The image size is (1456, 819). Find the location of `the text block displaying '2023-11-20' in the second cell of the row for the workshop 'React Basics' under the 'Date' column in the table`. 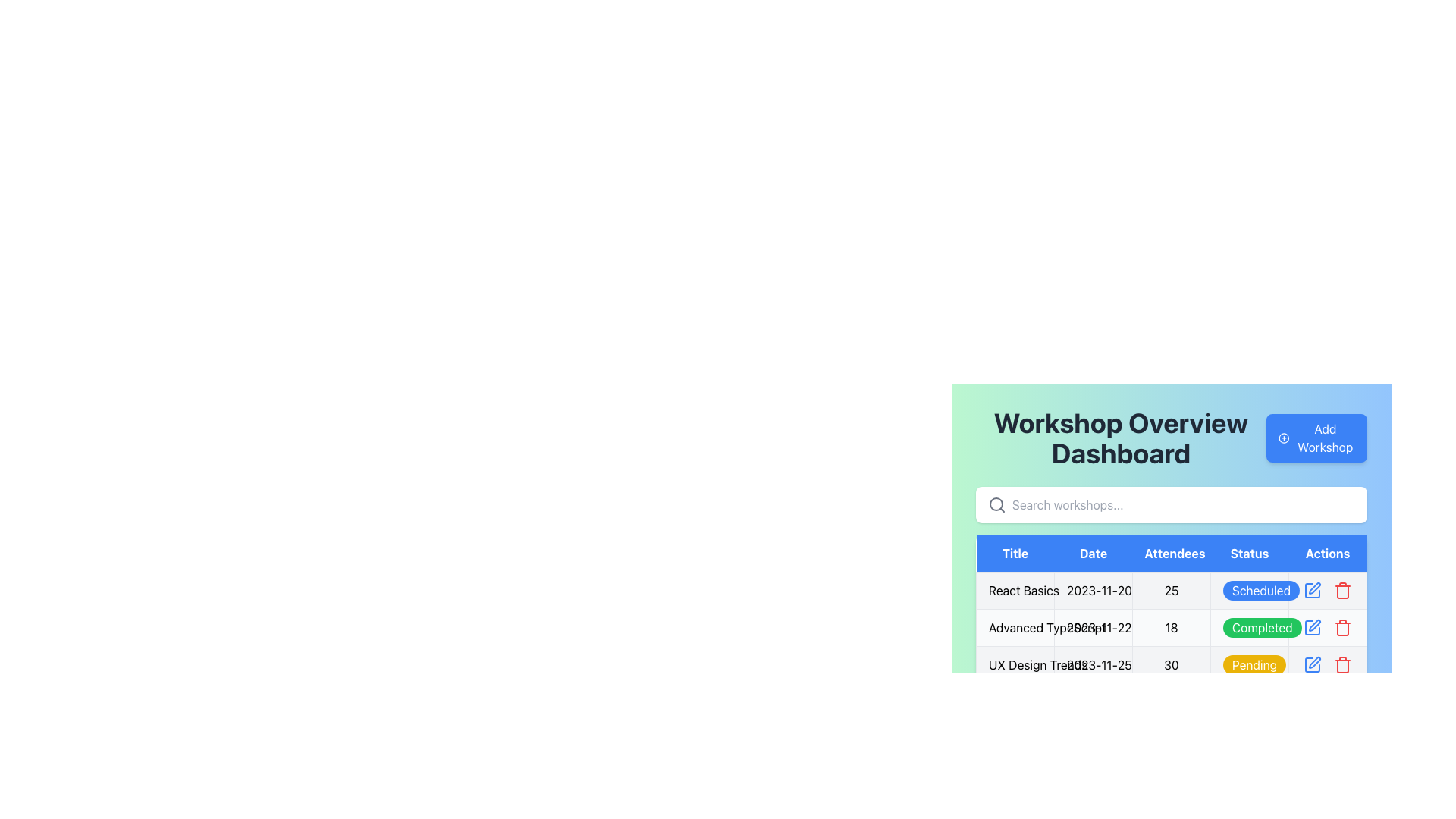

the text block displaying '2023-11-20' in the second cell of the row for the workshop 'React Basics' under the 'Date' column in the table is located at coordinates (1093, 590).